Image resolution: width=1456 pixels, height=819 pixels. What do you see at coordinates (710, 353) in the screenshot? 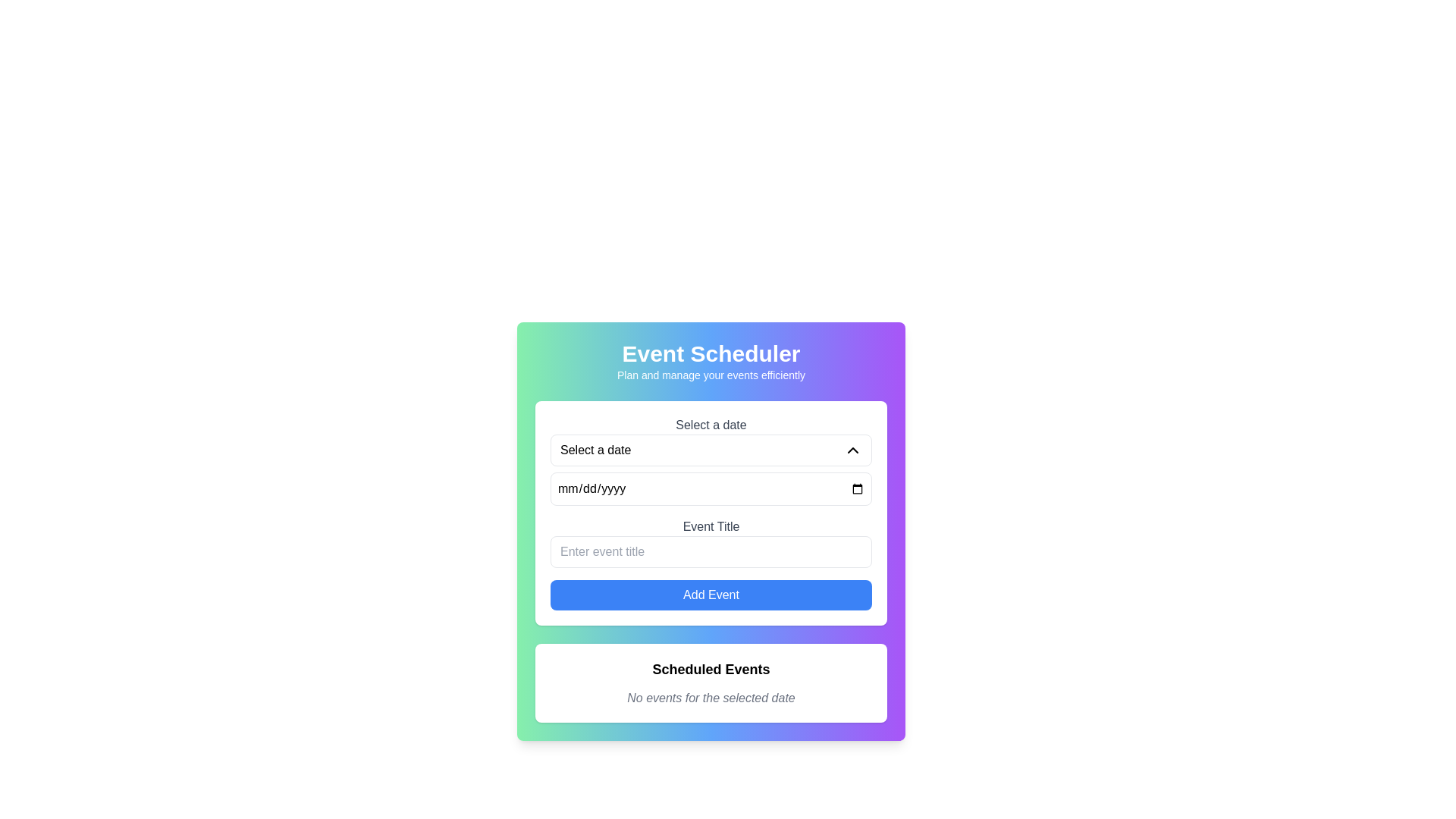
I see `the Heading text at the top of the main section of the interface that indicates the purpose or identity of the application related to scheduling events` at bounding box center [710, 353].